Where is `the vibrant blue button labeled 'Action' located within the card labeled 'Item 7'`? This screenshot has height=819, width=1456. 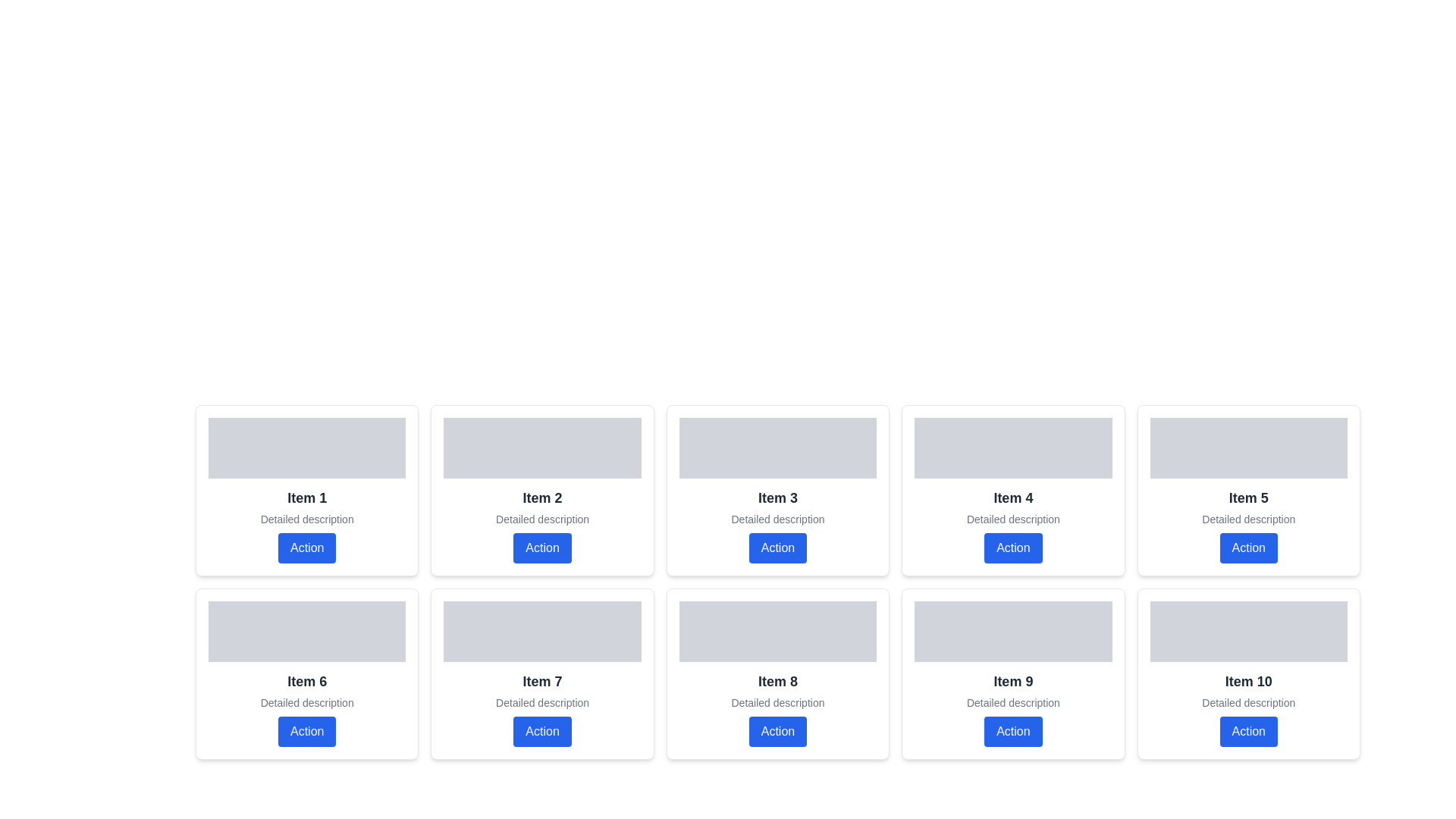 the vibrant blue button labeled 'Action' located within the card labeled 'Item 7' is located at coordinates (542, 730).